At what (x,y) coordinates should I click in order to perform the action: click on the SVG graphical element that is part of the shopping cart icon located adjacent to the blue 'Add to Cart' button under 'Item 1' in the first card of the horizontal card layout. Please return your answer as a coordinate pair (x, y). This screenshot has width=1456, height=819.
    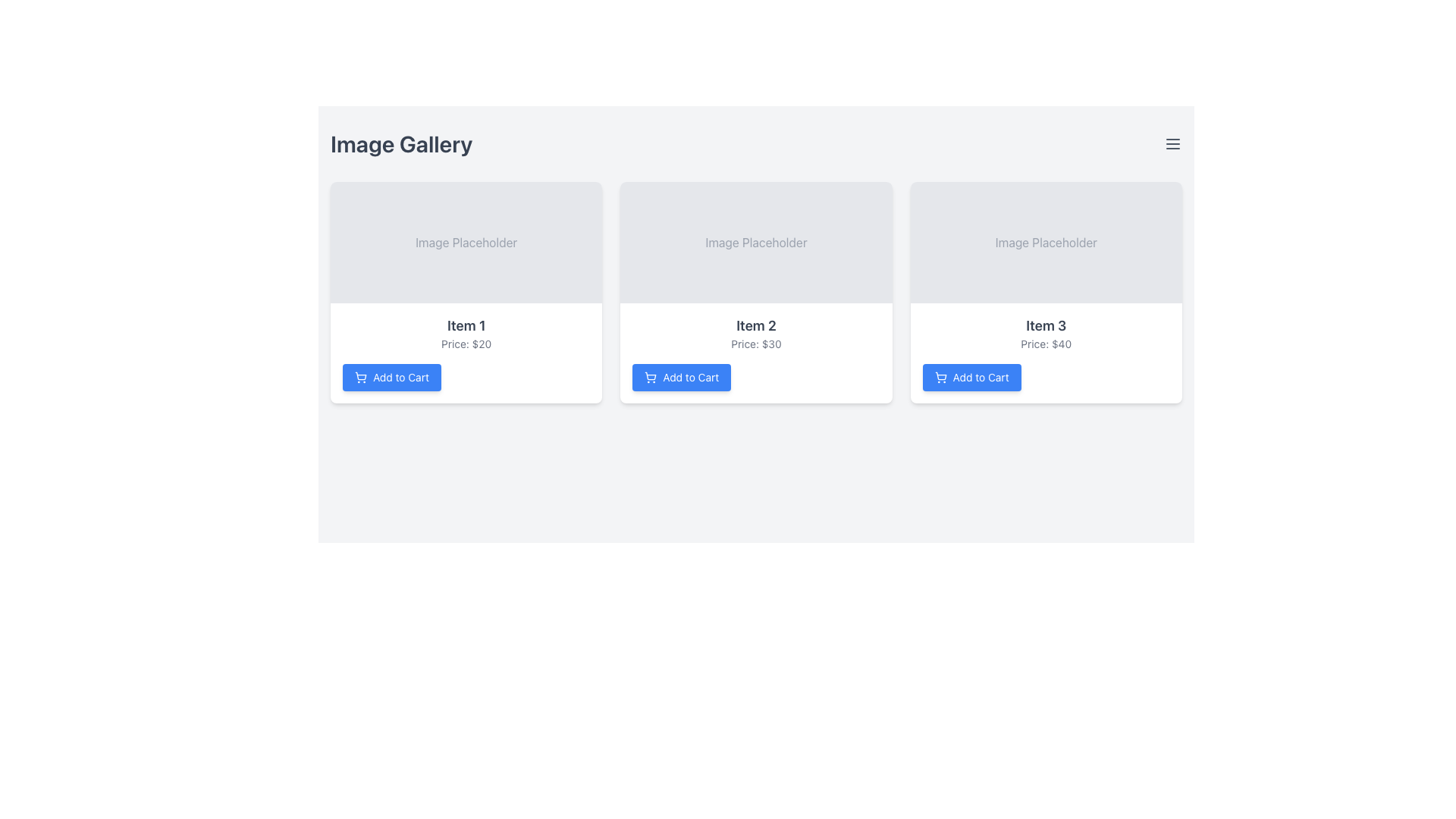
    Looking at the image, I should click on (359, 375).